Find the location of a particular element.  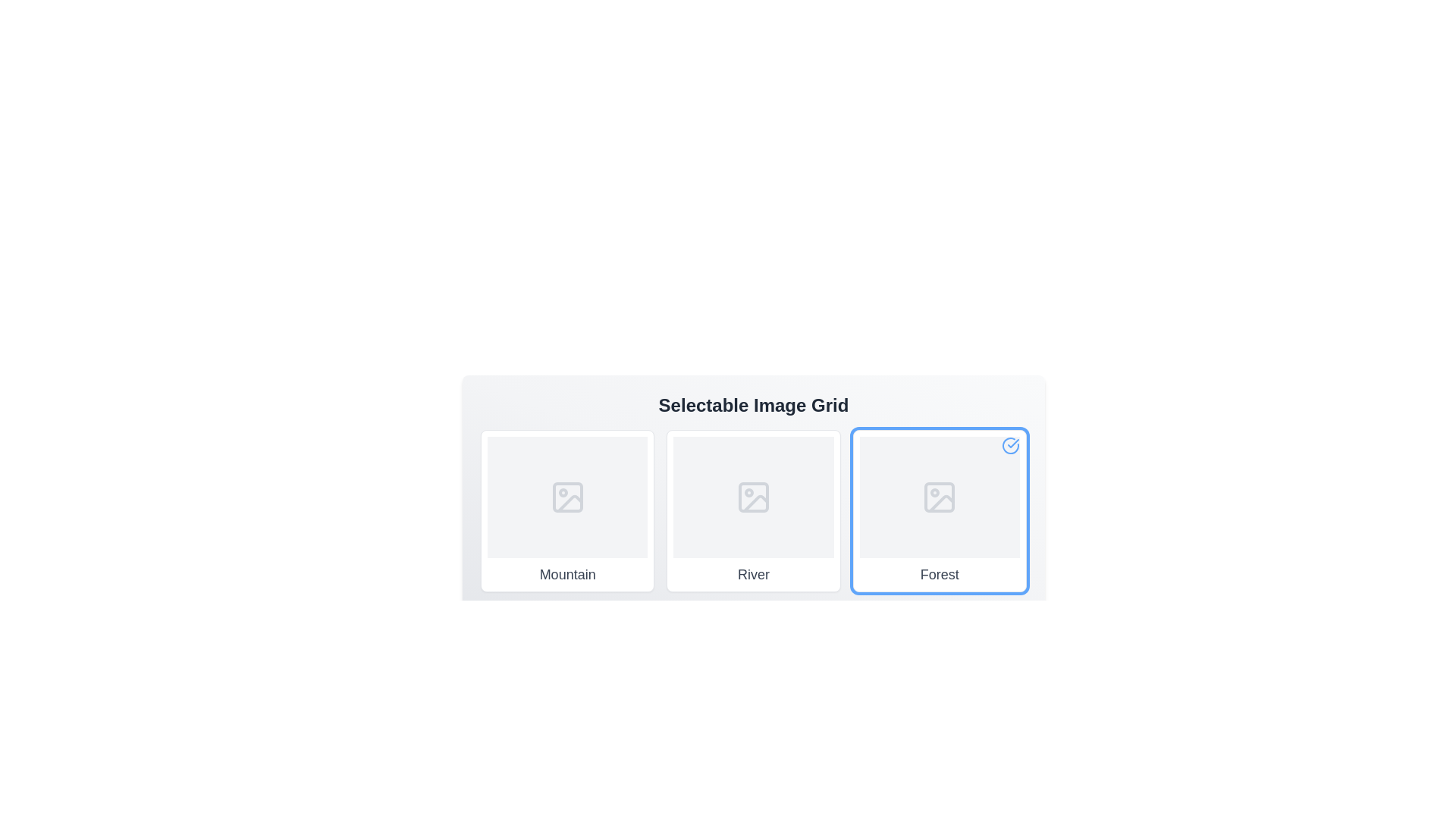

the selectable image grid item labeled Forest to observe hover effects is located at coordinates (939, 511).